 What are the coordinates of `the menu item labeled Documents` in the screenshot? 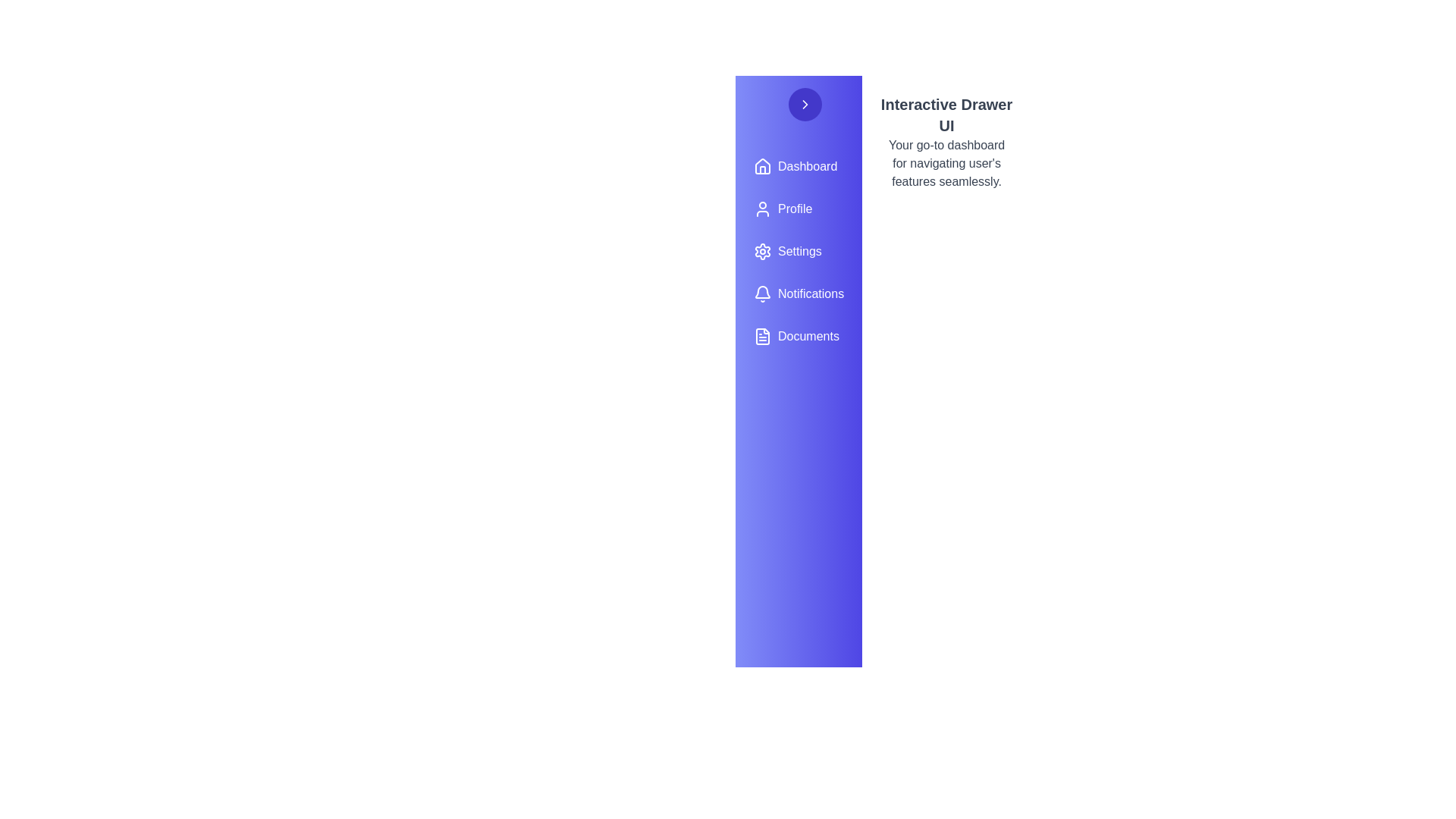 It's located at (798, 335).